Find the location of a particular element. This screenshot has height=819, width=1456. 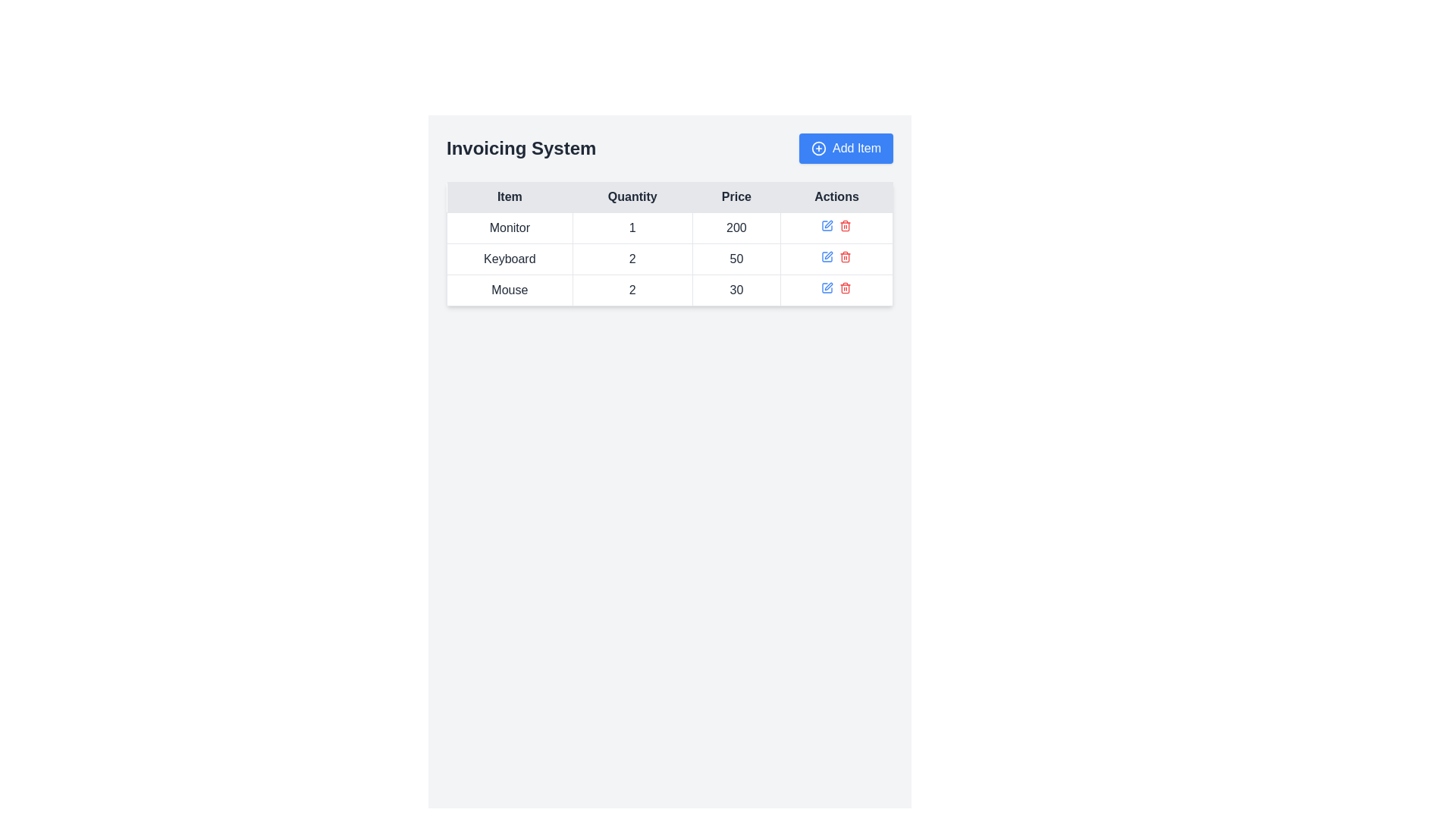

the 'Price' header label in the table, which indicates the price information for corresponding items, located between 'Quantity' and 'Actions' is located at coordinates (736, 196).